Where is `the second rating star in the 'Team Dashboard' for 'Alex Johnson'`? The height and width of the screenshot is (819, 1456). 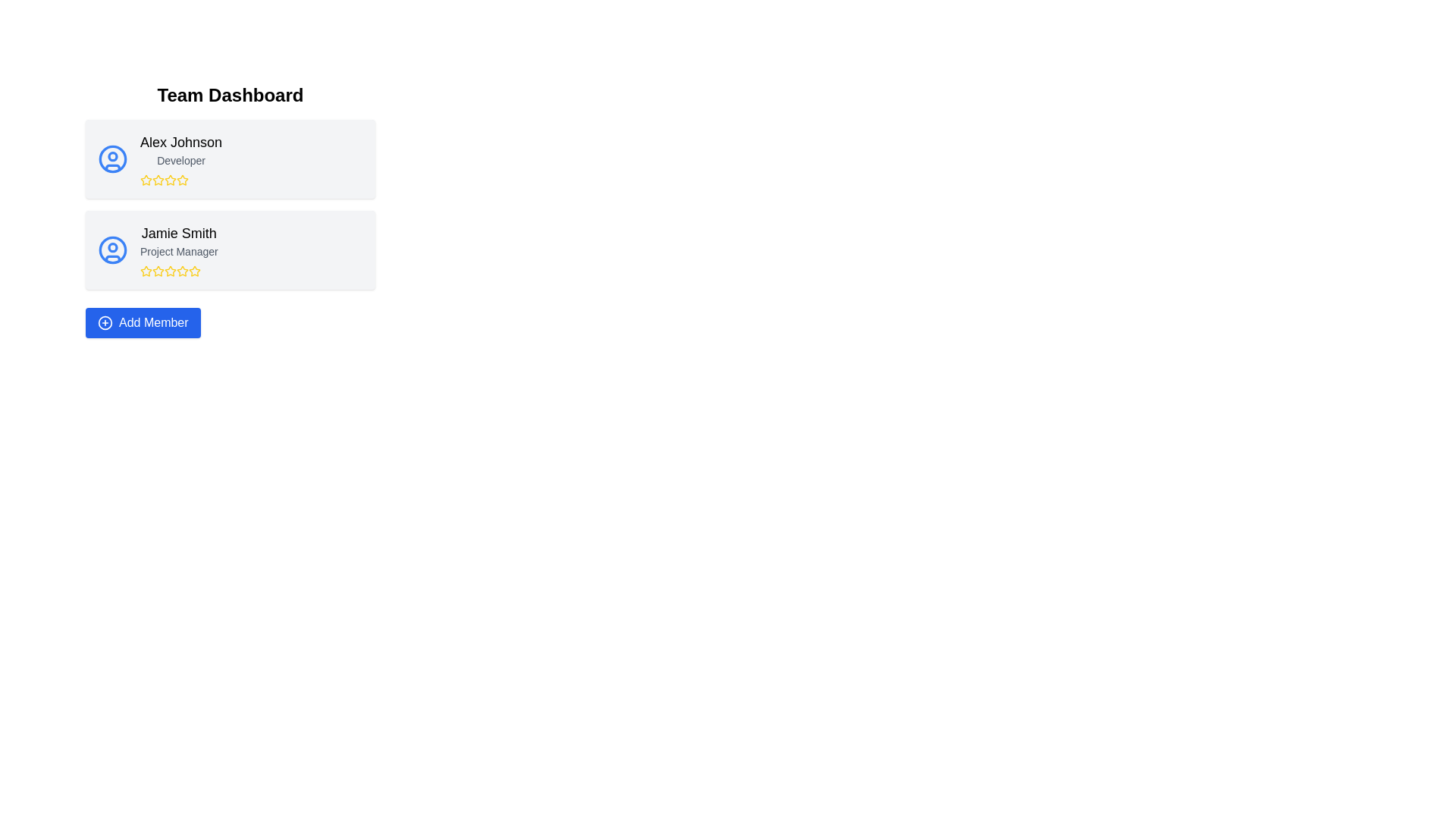
the second rating star in the 'Team Dashboard' for 'Alex Johnson' is located at coordinates (182, 179).